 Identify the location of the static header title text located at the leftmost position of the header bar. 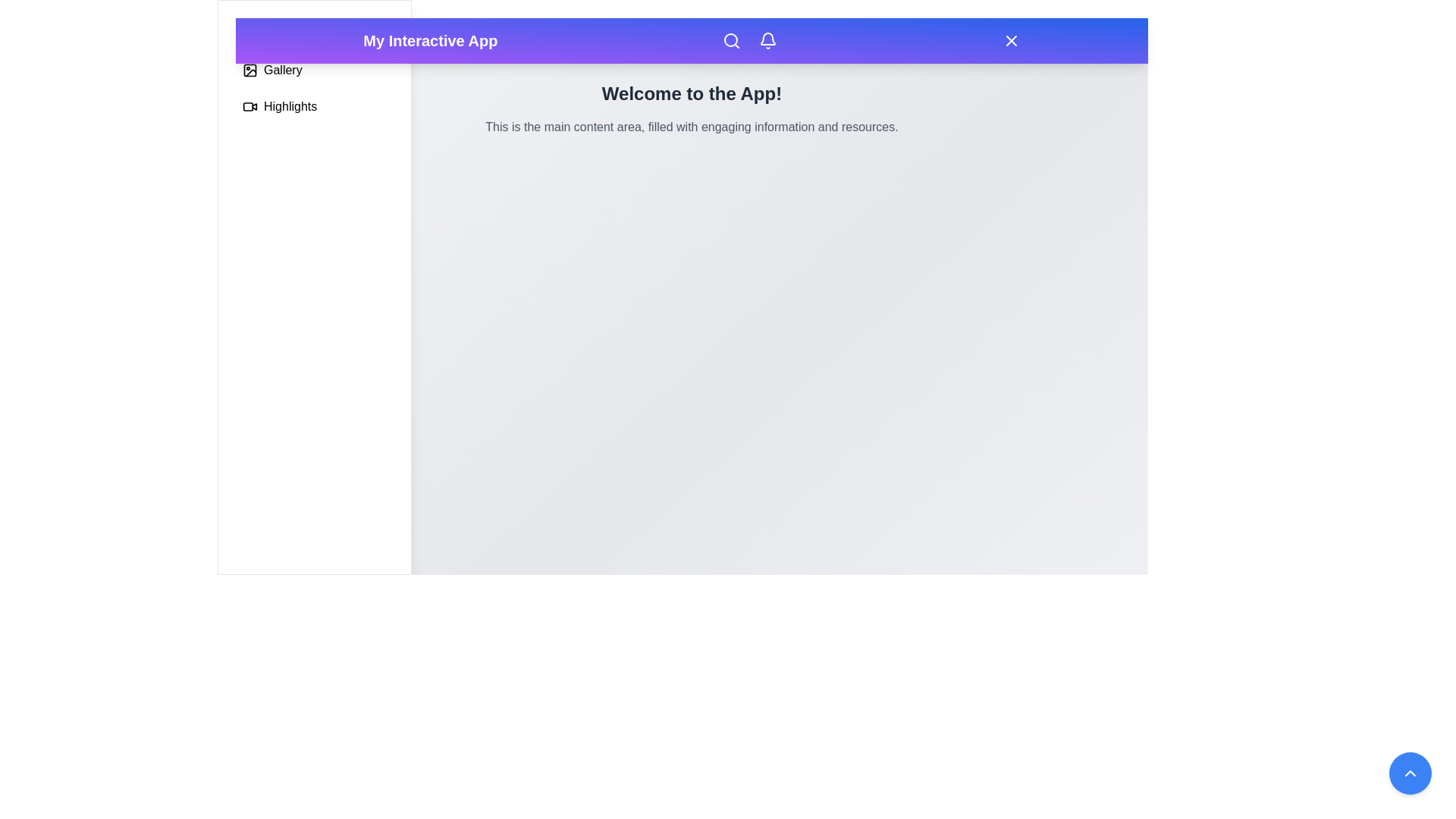
(429, 40).